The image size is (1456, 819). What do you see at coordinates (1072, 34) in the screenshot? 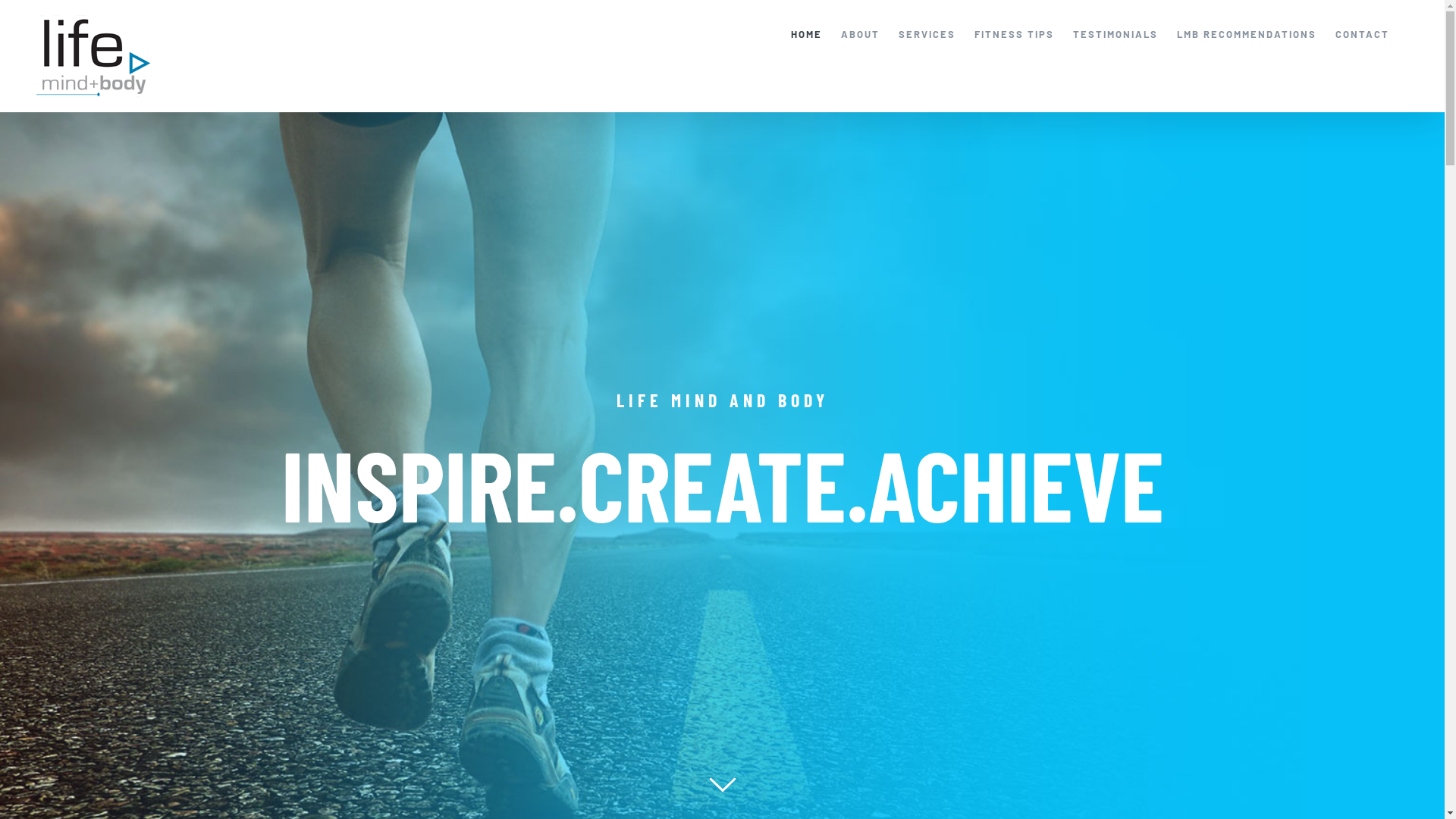
I see `'TESTIMONIALS'` at bounding box center [1072, 34].